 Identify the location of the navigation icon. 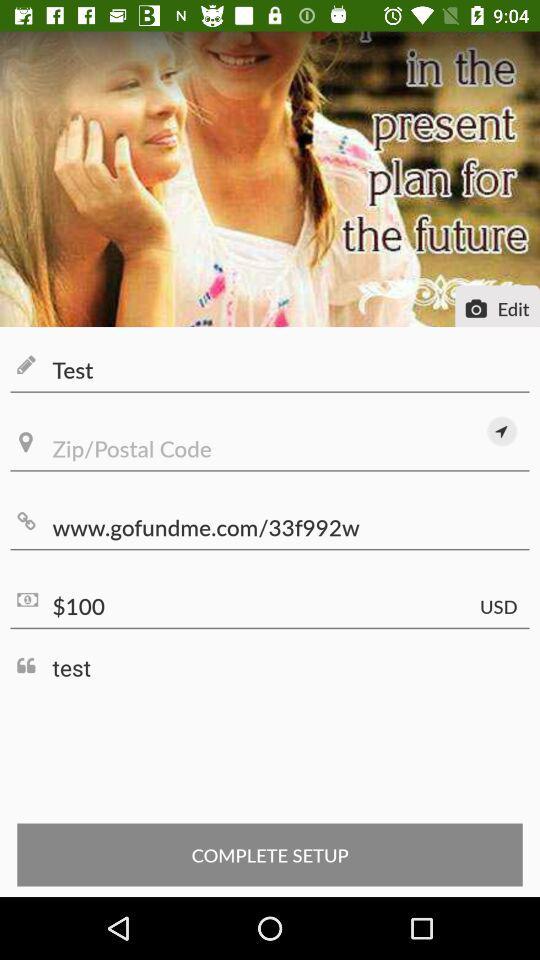
(501, 431).